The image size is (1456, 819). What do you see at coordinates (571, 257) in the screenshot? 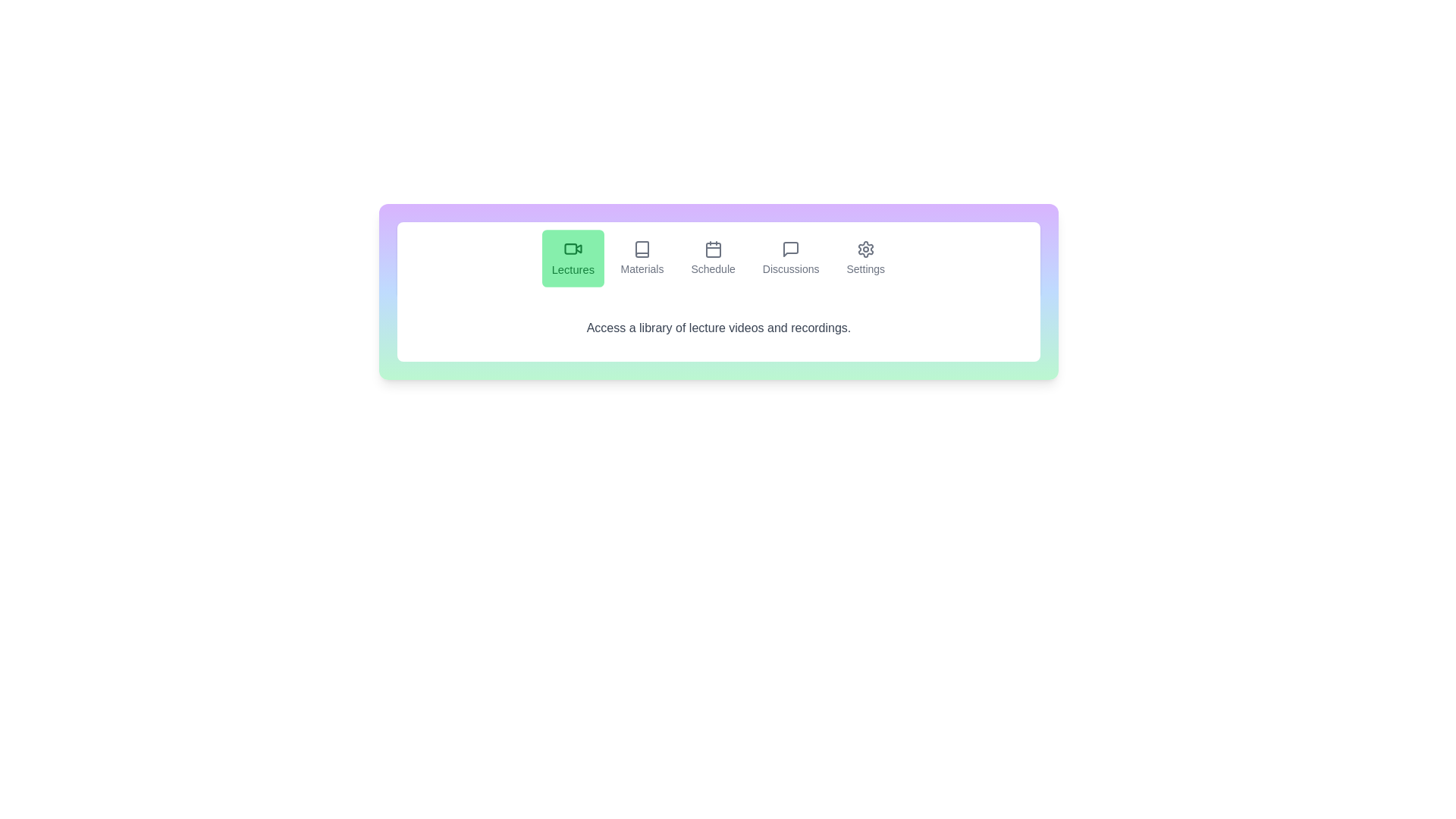
I see `the 'Lectures' tab to interact with it` at bounding box center [571, 257].